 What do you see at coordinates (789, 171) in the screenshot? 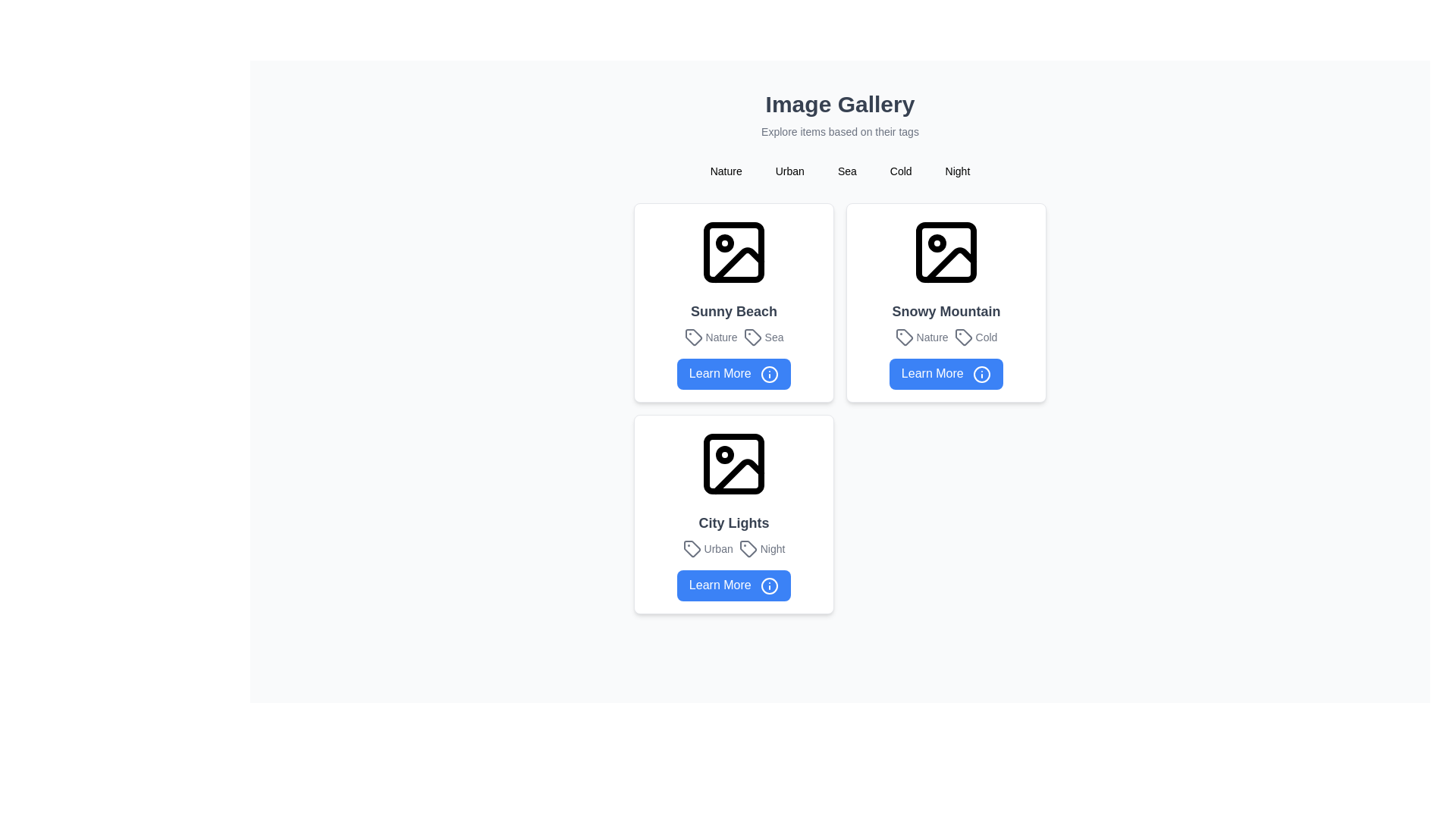
I see `the 'Urban' filter button located between 'Nature' and 'Sea'` at bounding box center [789, 171].